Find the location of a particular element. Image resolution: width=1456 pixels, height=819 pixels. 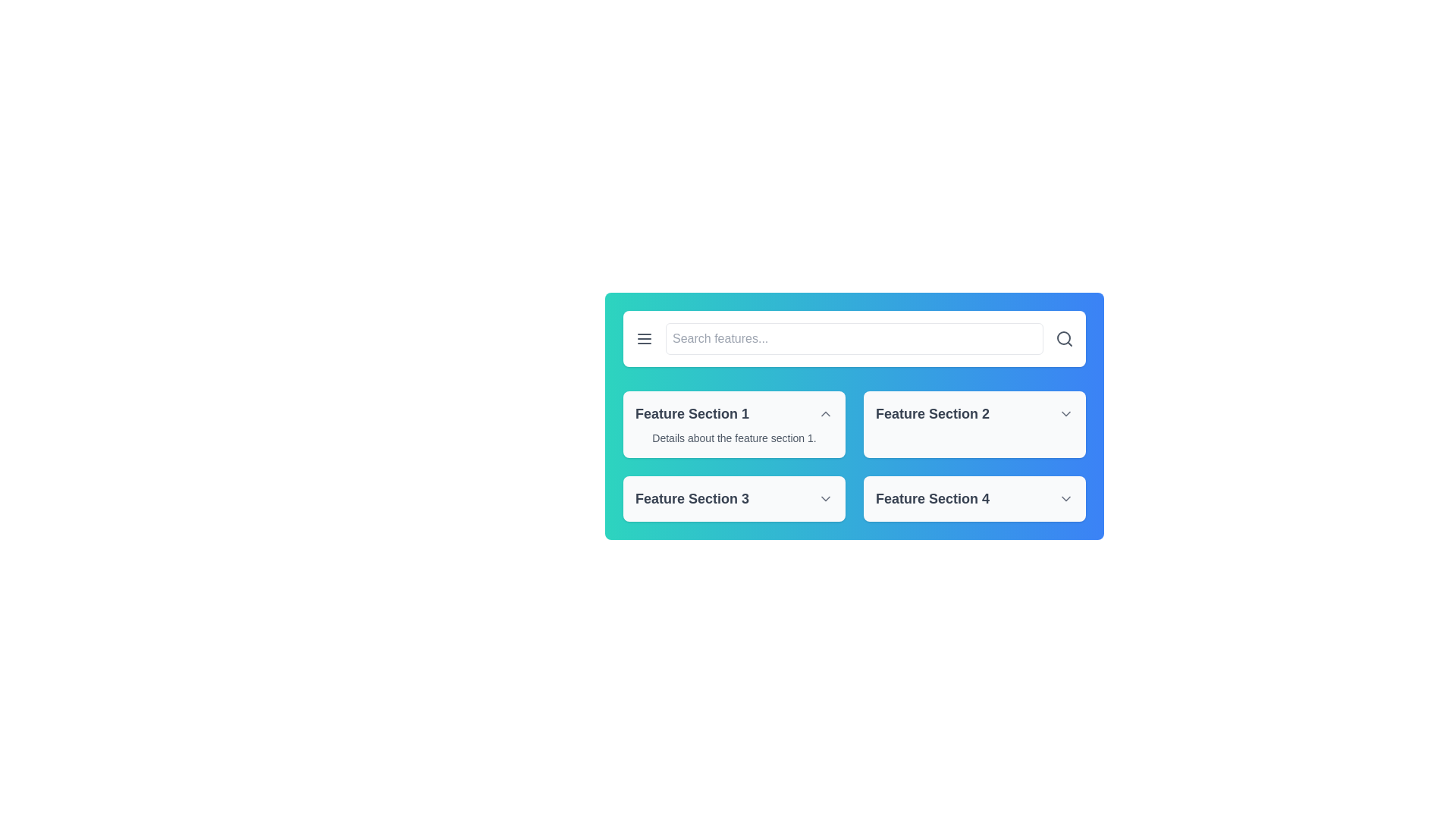

the label for 'Feature Section 2', which is positioned in the upper-right quadrant of the main interface, directly to the right of 'Feature Section 1' is located at coordinates (931, 414).